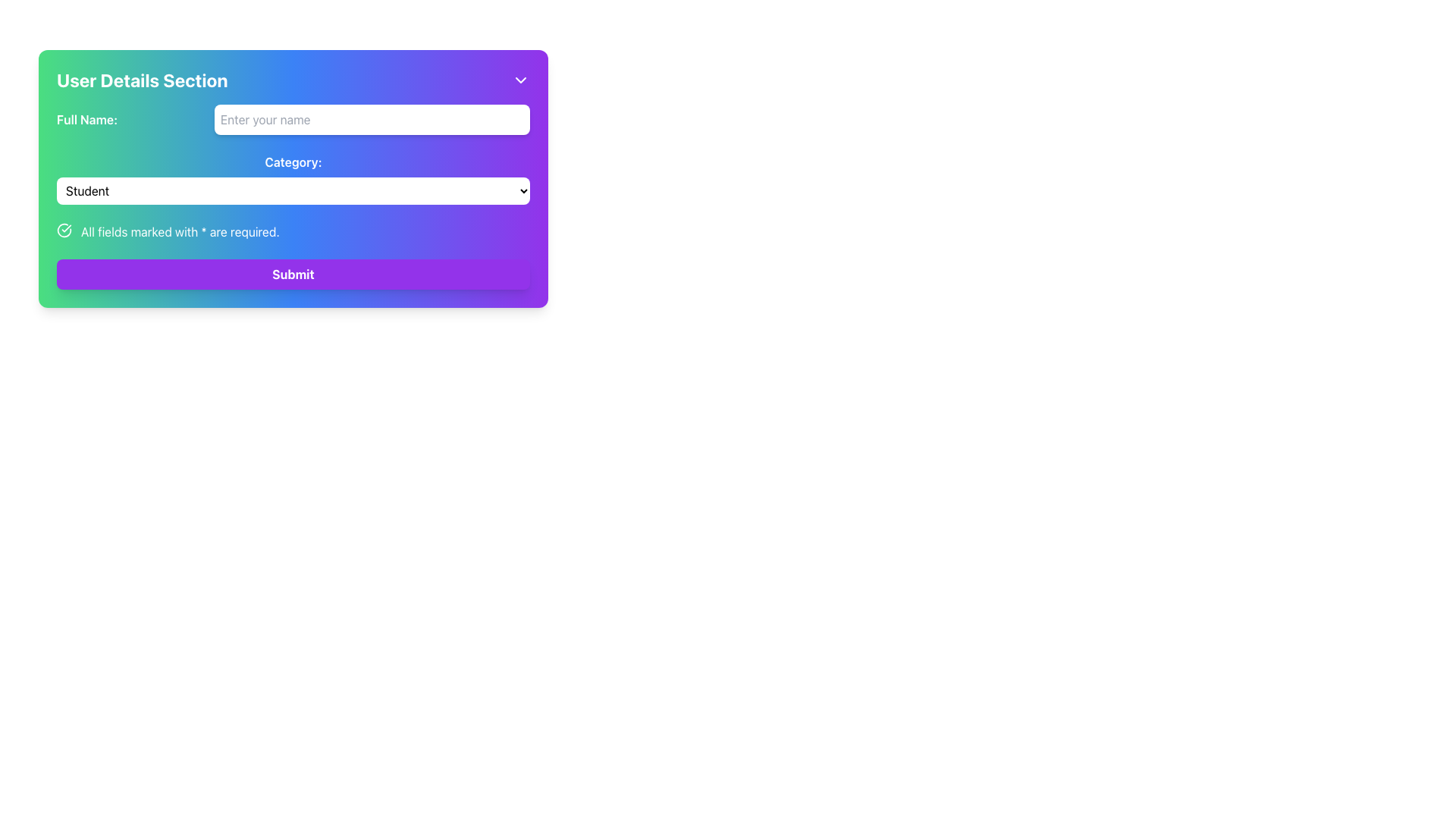 This screenshot has height=819, width=1456. I want to click on the text label reading 'Category:' which is styled in bold white font and located above the dropdown menu in the gradient-colored form interface, so click(293, 162).